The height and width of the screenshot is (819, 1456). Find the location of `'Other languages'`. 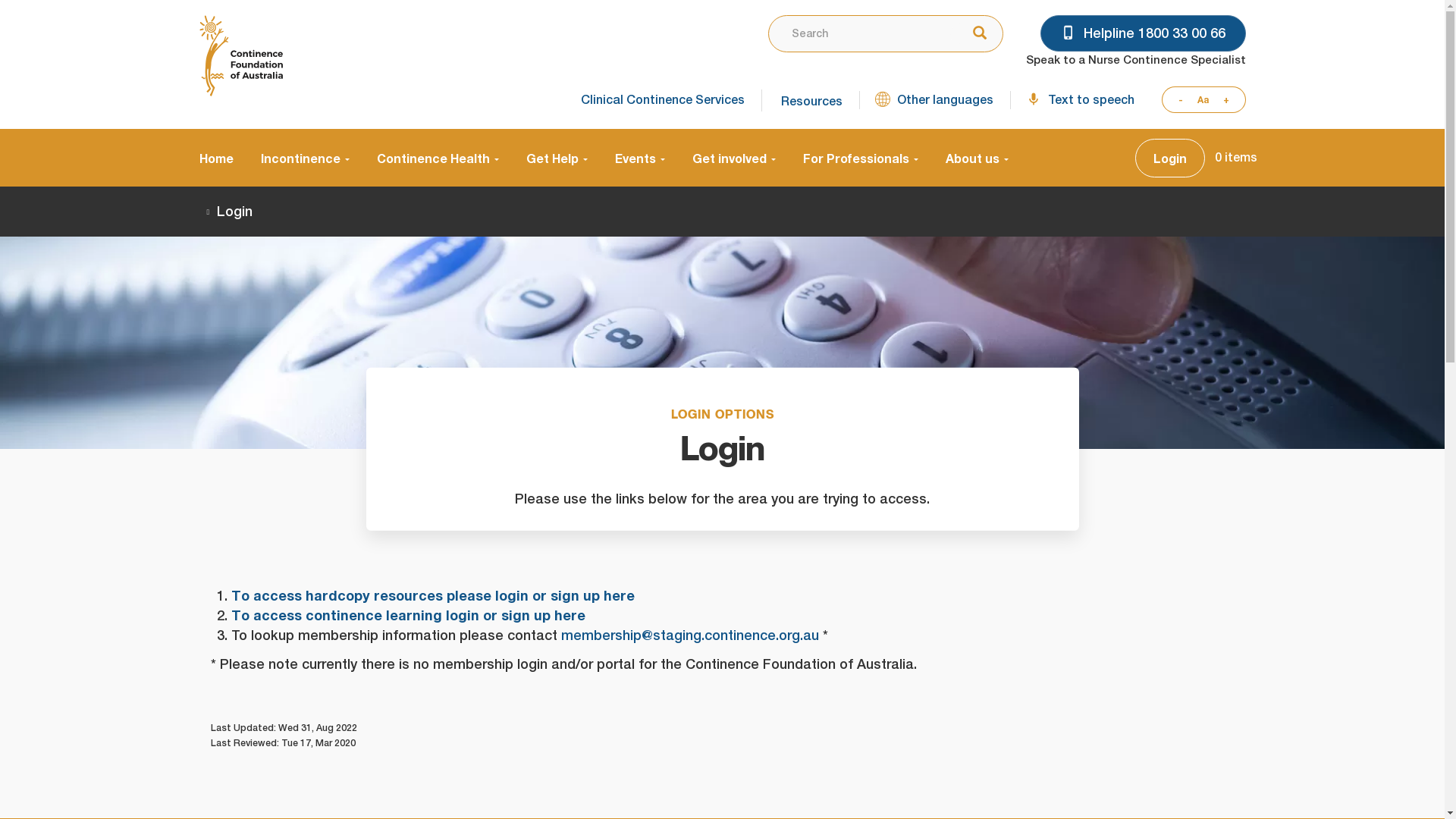

'Other languages' is located at coordinates (934, 99).